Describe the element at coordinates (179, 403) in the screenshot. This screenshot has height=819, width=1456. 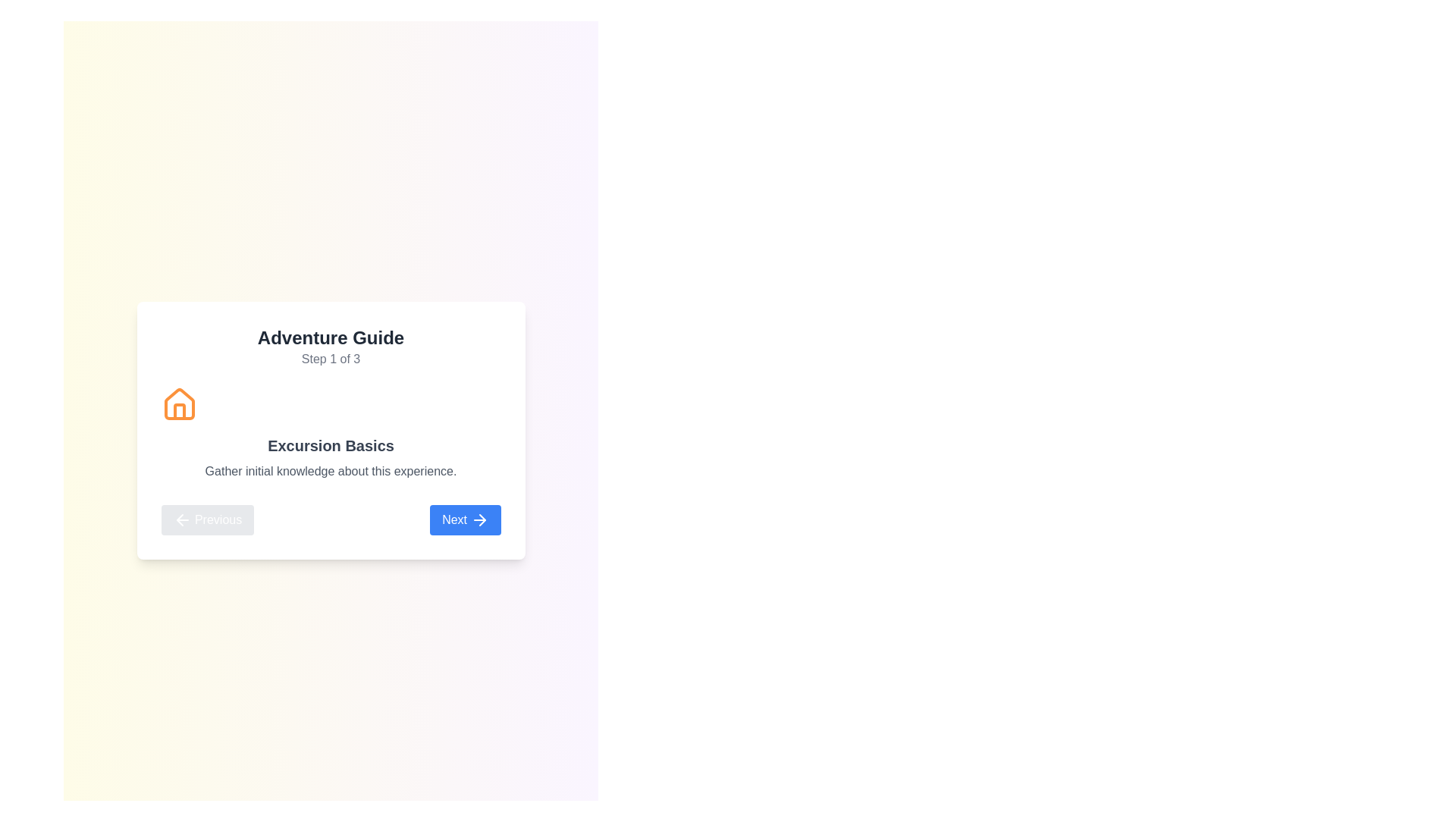
I see `the home icon that symbolizes the theme of 'Adventure Guide', located above the text 'Excursion Basics' and to the left of the 'Next' button` at that location.